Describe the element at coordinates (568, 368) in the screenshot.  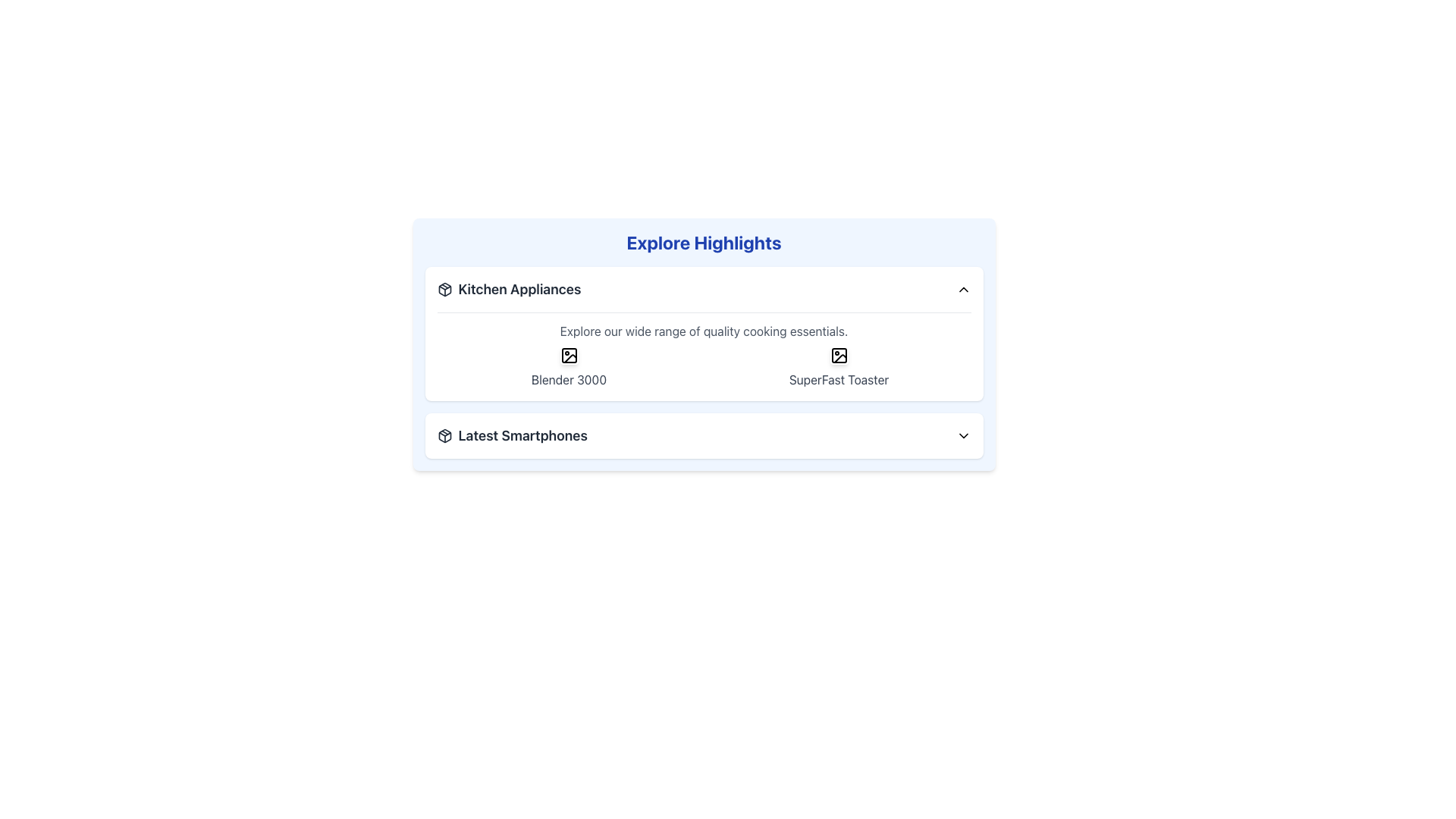
I see `the 'Blender 3000' product display element located in the 'Kitchen Appliances' section, which is the first element in a two-column layout` at that location.